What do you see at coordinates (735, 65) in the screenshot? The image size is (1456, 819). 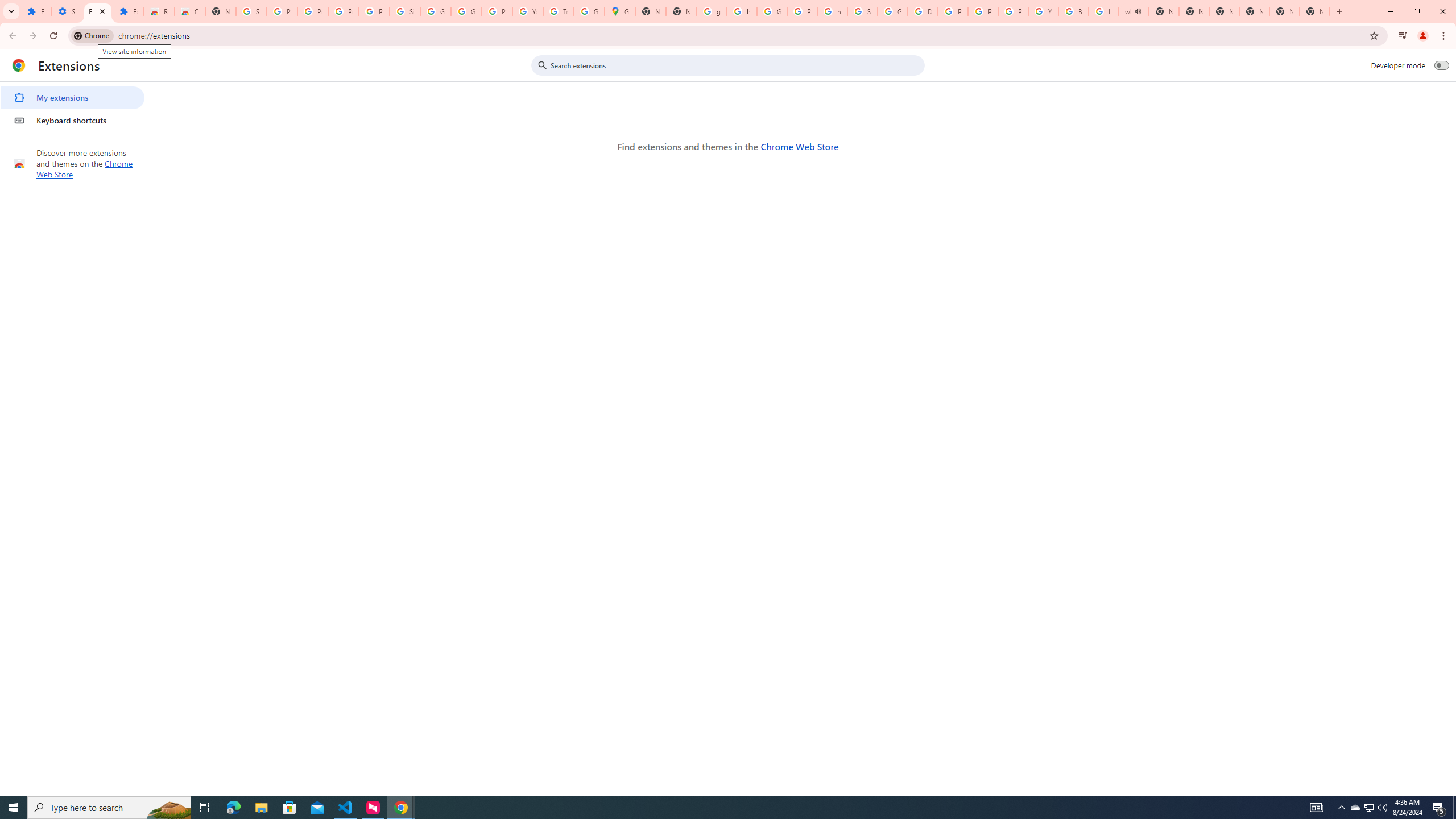 I see `'Search extensions'` at bounding box center [735, 65].